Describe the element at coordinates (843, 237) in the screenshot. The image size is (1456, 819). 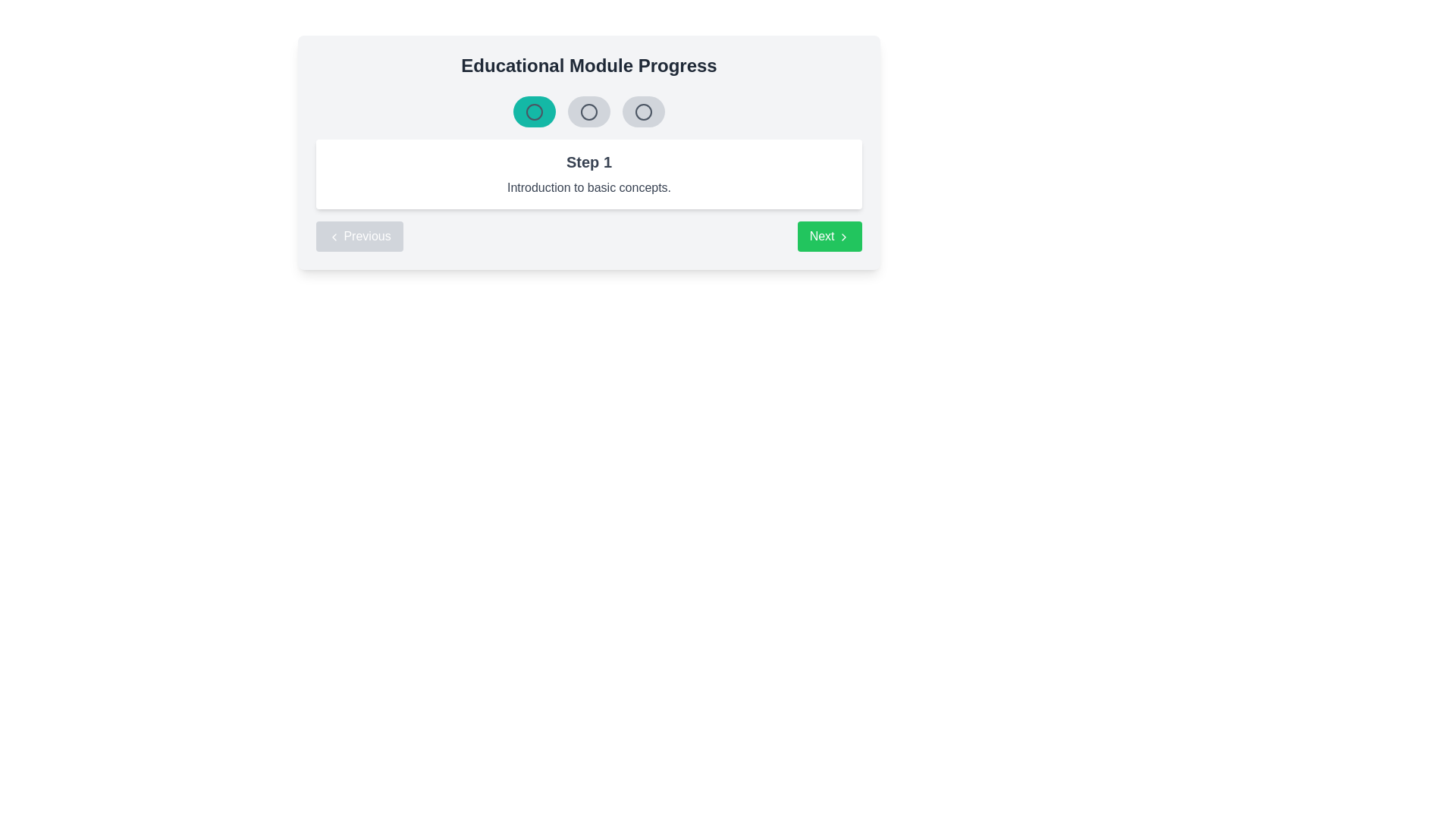
I see `the small right-facing chevron icon styled as an SVG element located inside the green 'Next' button, positioned at the bottom-right corner of the layout for visual guidance` at that location.